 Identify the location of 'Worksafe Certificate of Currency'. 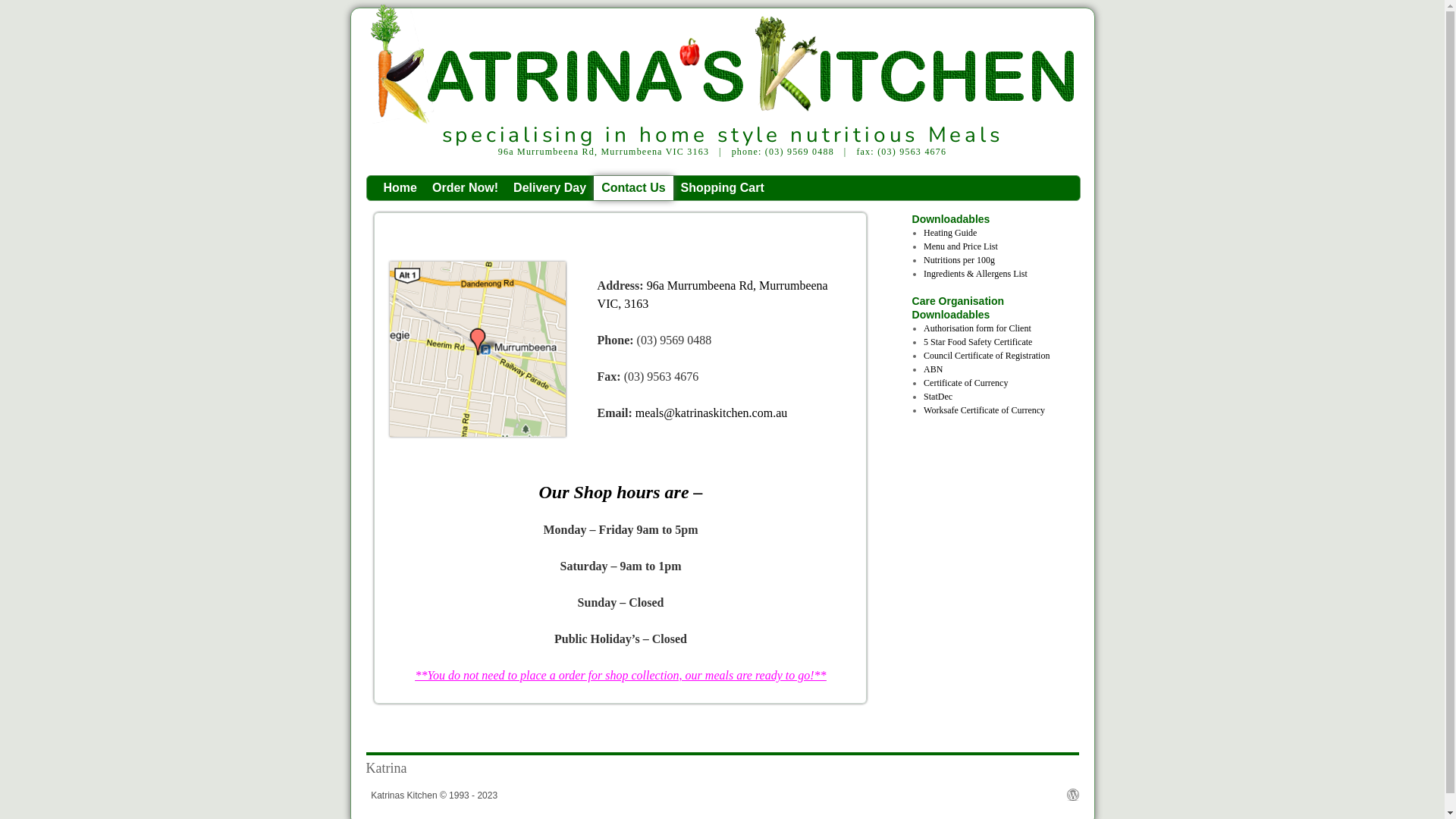
(984, 409).